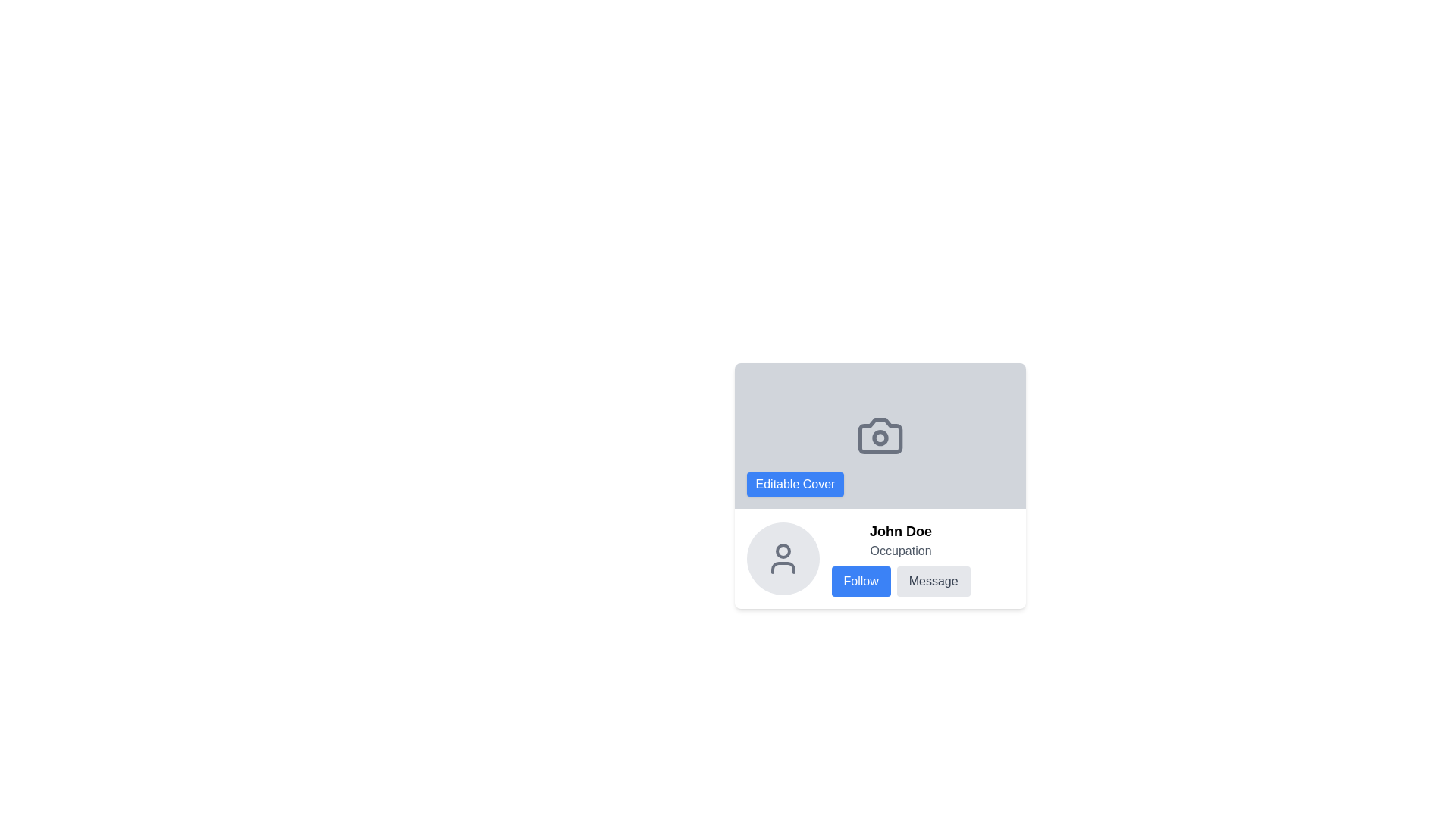 This screenshot has width=1456, height=819. I want to click on the circular head part of the user avatar icon located at the top-center of the profile picture area, so click(783, 551).